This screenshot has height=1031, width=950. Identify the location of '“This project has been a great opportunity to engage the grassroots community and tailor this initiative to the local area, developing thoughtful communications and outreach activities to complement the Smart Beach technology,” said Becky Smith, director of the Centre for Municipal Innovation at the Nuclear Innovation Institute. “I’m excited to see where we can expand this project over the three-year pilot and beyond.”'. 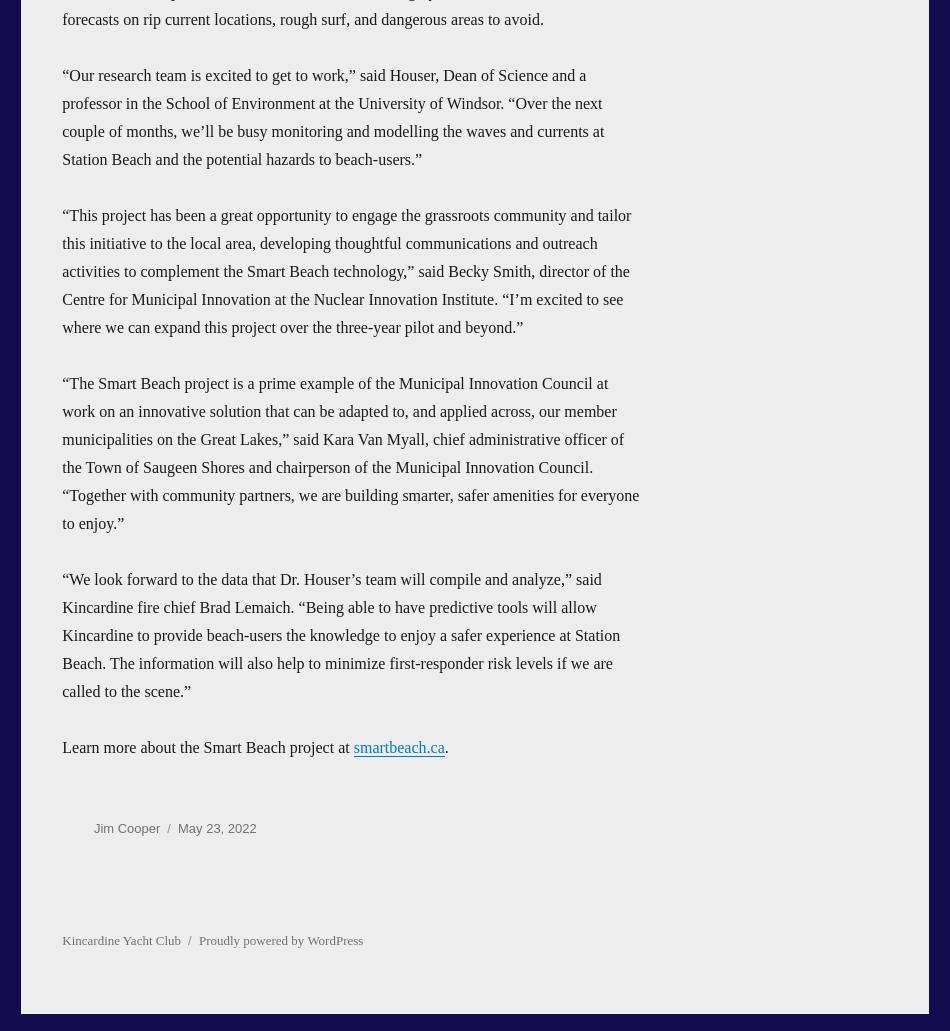
(345, 270).